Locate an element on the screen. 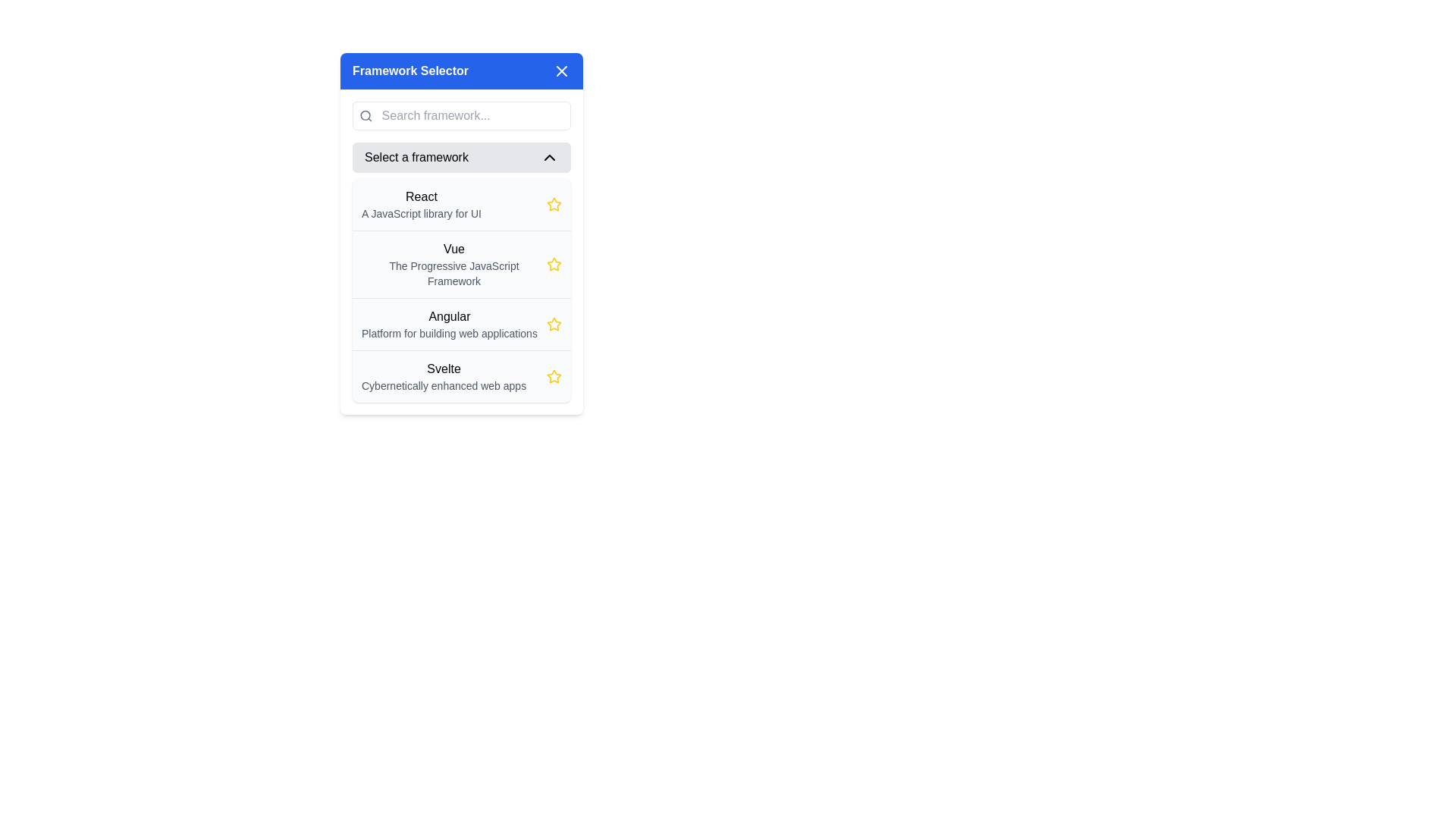  the Text Node that represents the name of the framework option in the 'Framework Selector' modal is located at coordinates (453, 248).